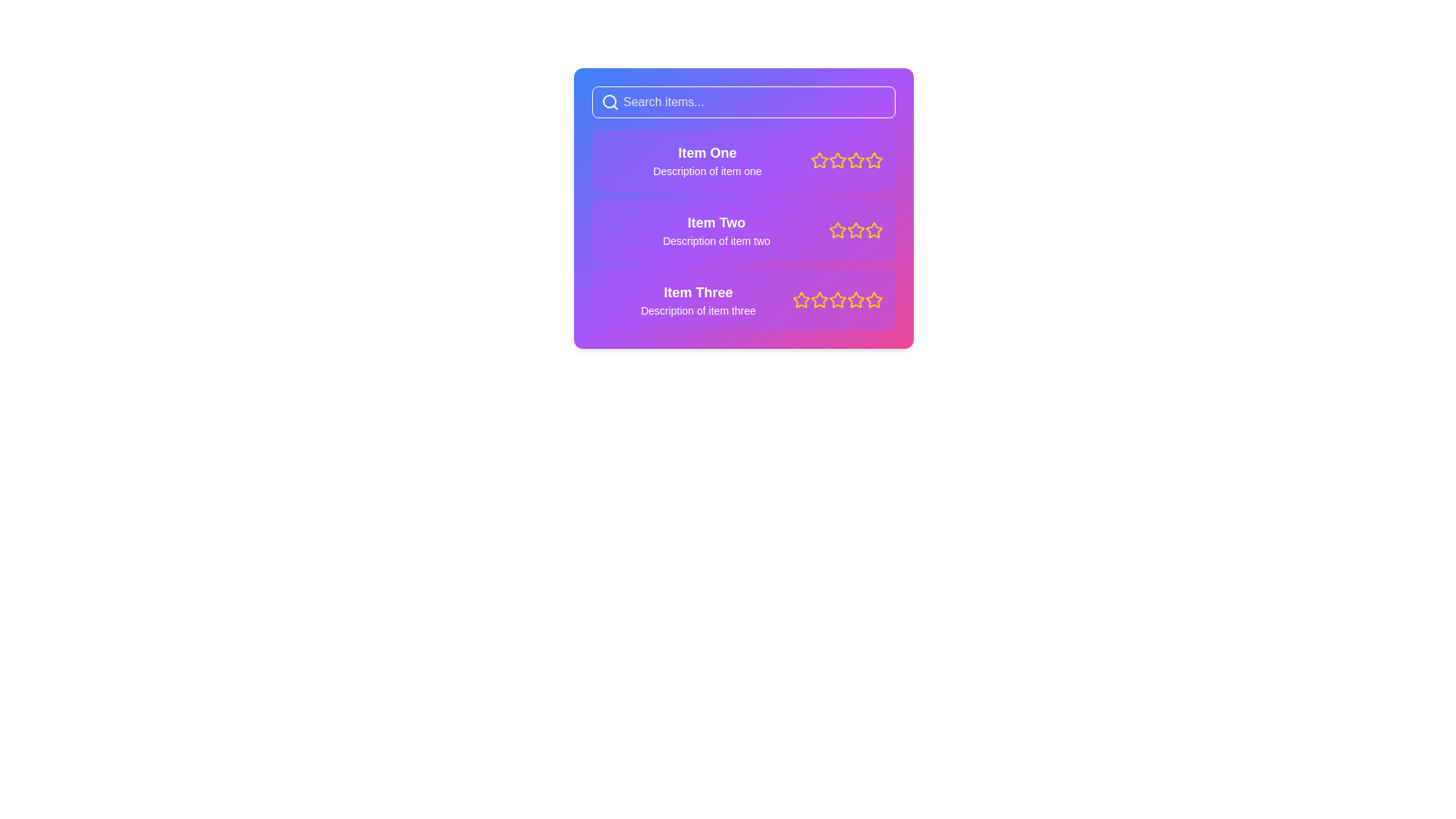 The width and height of the screenshot is (1456, 819). I want to click on the circular part of the search icon located at the center of the search bar, which is to the left of the placeholder text 'Search items...', so click(610, 102).